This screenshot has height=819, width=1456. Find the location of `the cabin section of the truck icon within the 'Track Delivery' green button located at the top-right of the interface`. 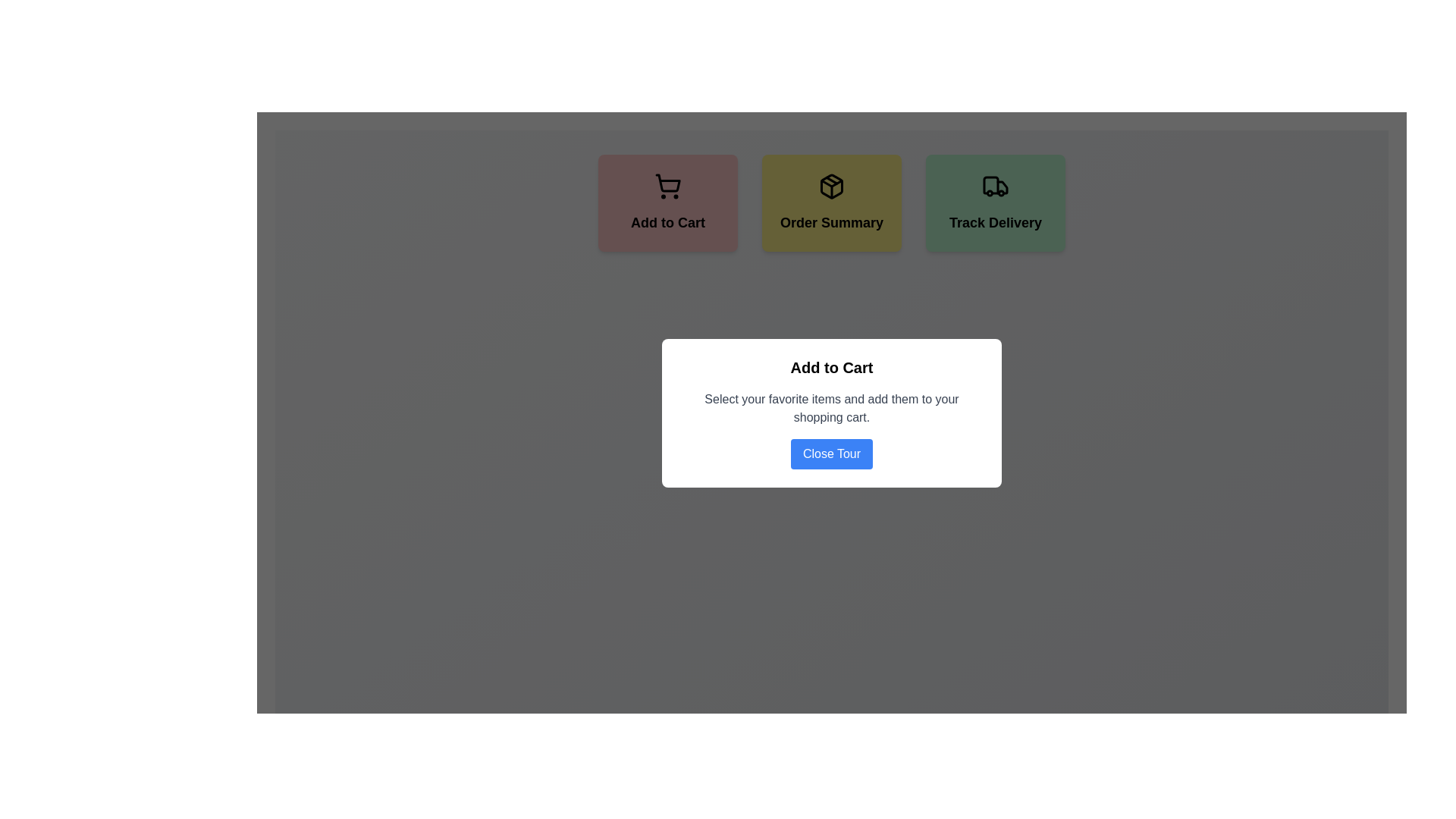

the cabin section of the truck icon within the 'Track Delivery' green button located at the top-right of the interface is located at coordinates (991, 184).